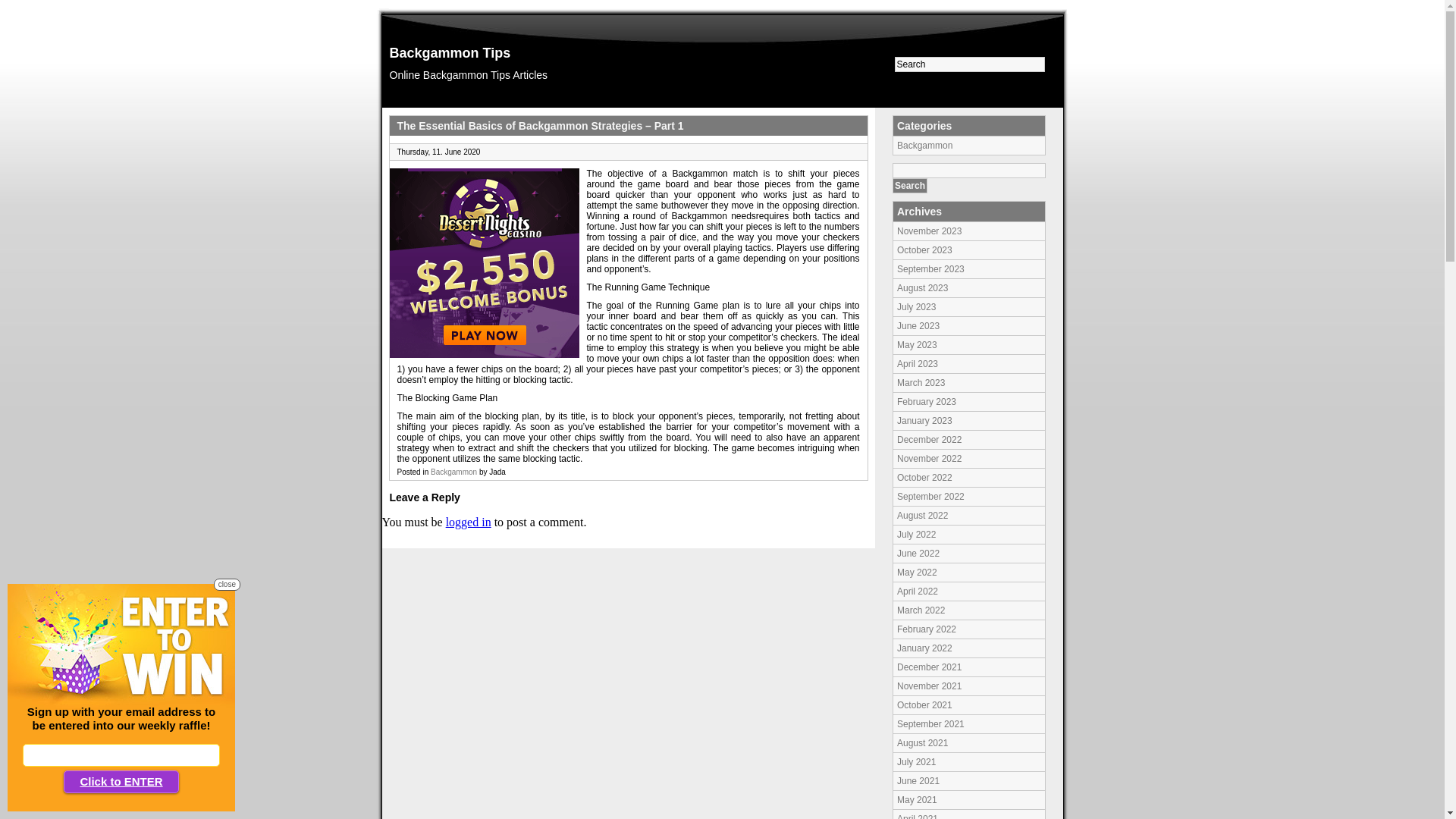 The image size is (1456, 819). I want to click on 'May 2021', so click(916, 799).